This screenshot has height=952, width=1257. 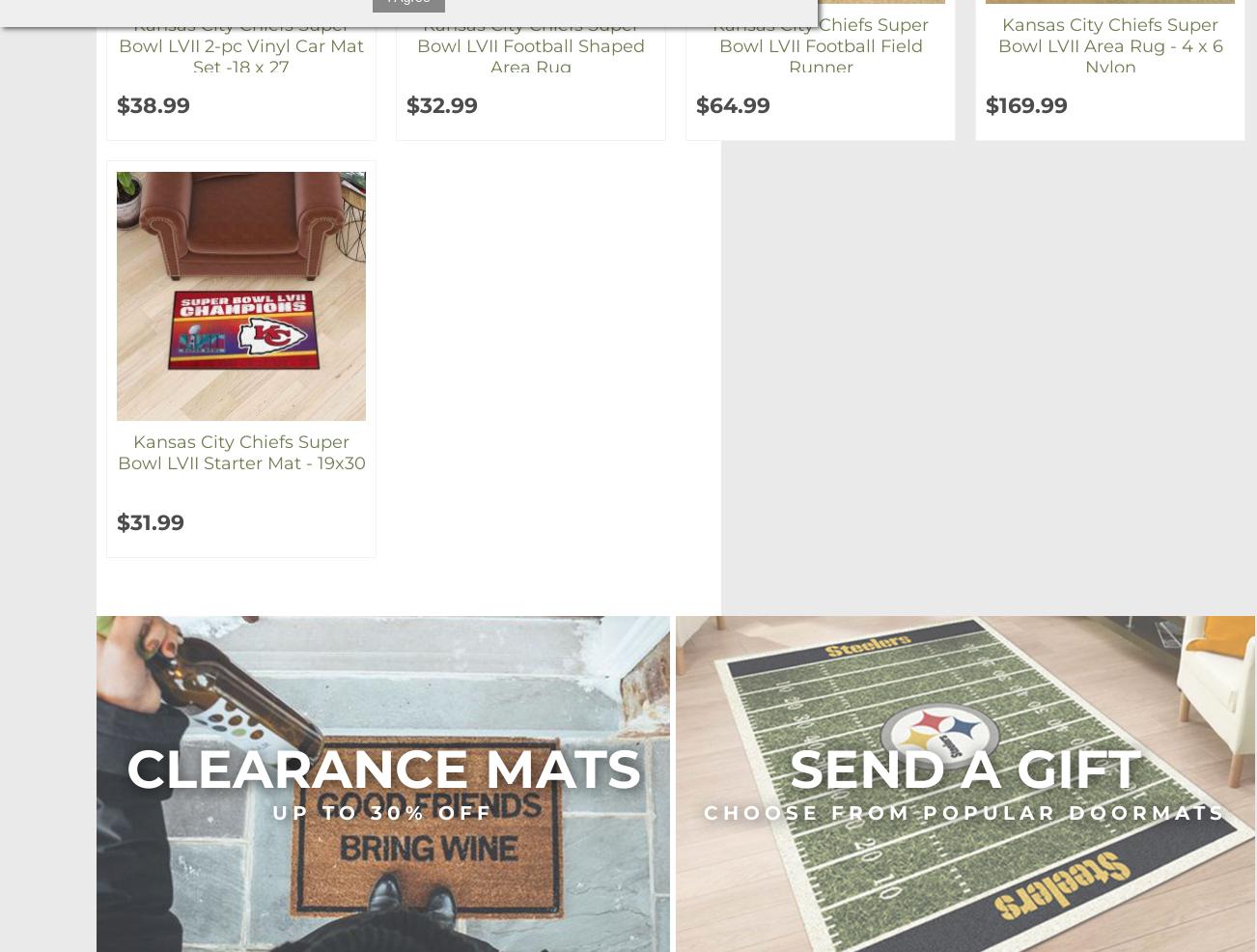 I want to click on 'Kansas City Chiefs Super Bowl LVII Area Rug - 4 x 6 Nylon', so click(x=996, y=45).